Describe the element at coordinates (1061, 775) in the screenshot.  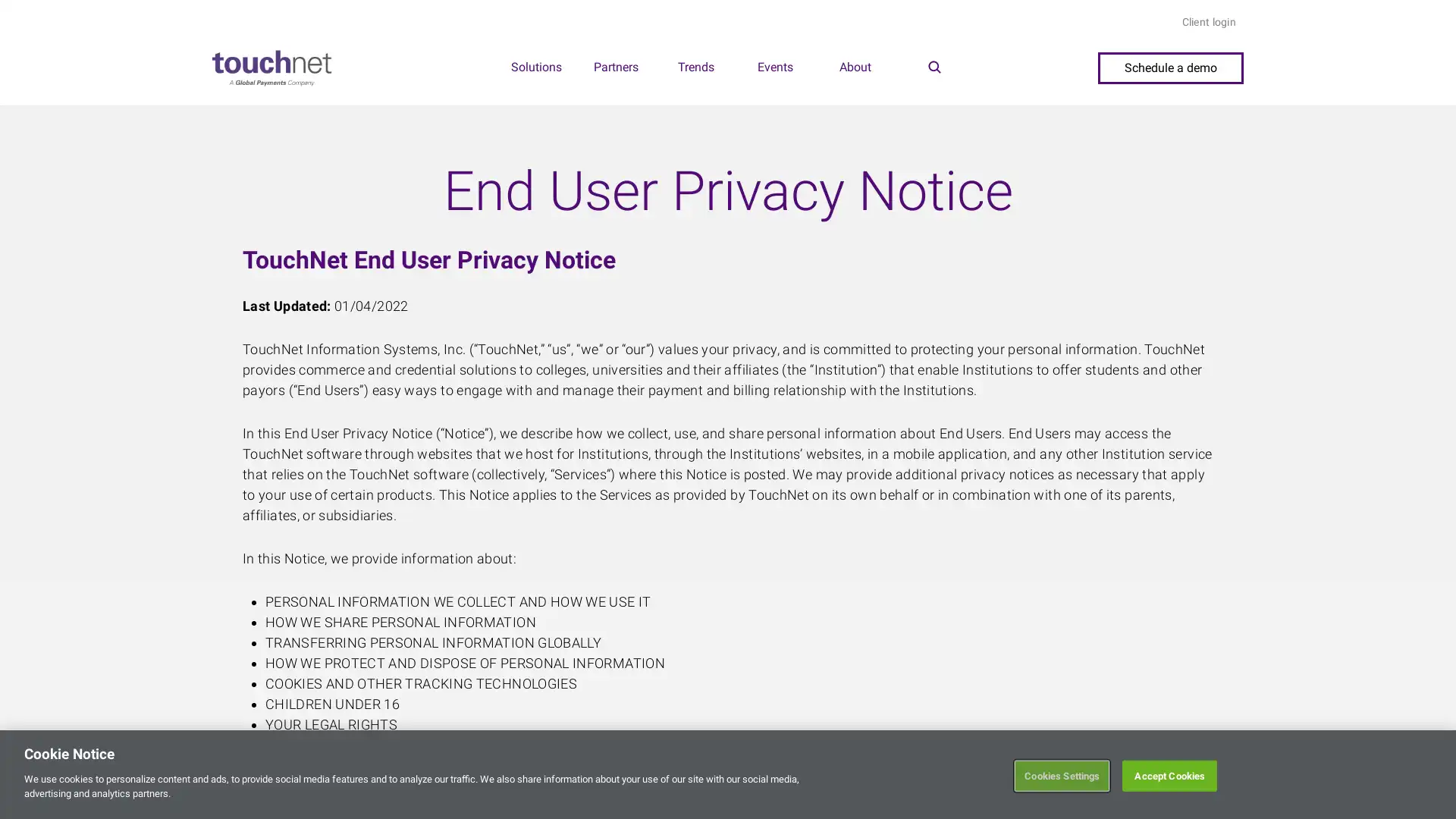
I see `Cookies Settings` at that location.